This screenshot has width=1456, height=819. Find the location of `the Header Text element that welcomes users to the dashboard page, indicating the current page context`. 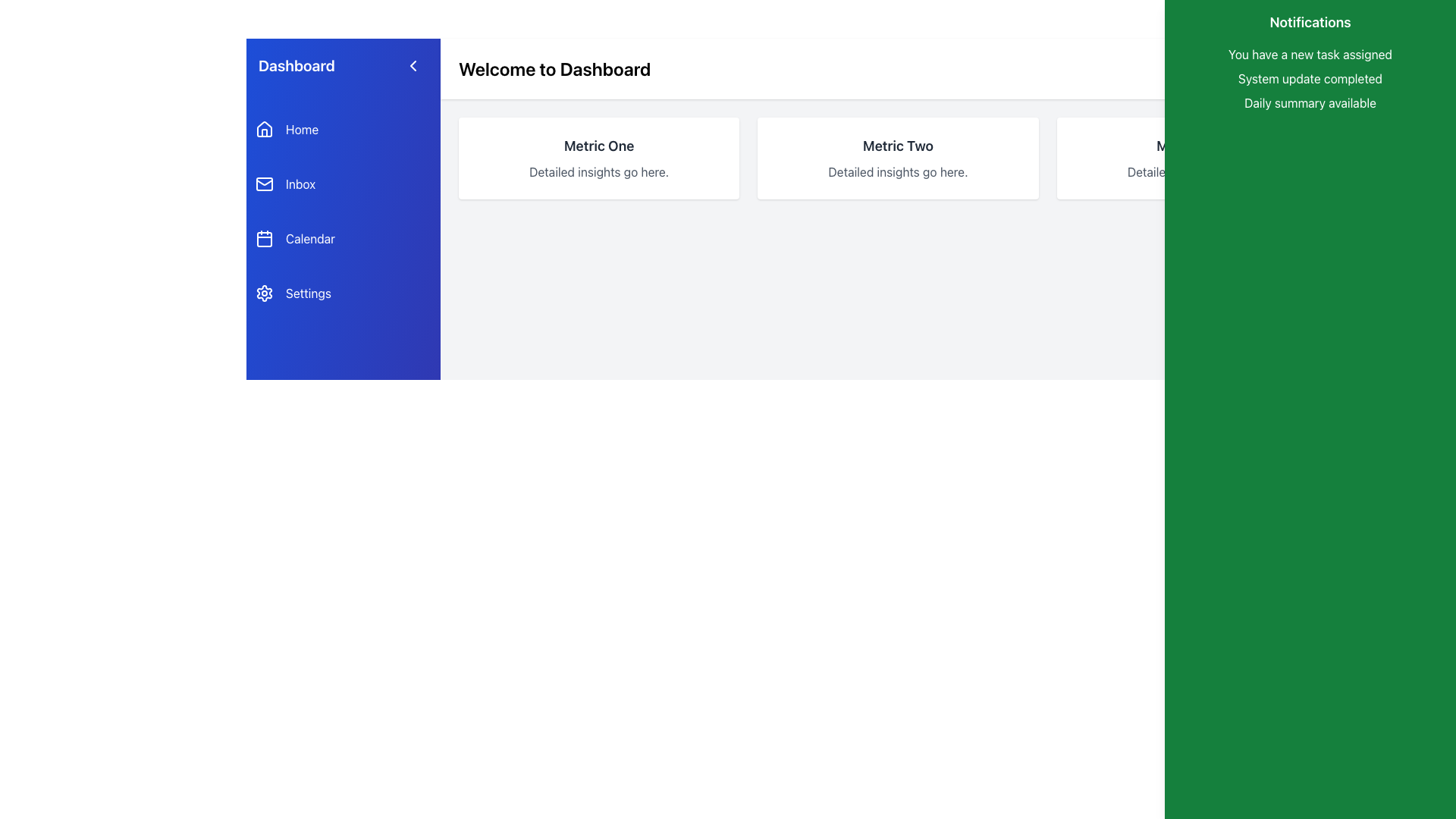

the Header Text element that welcomes users to the dashboard page, indicating the current page context is located at coordinates (554, 69).